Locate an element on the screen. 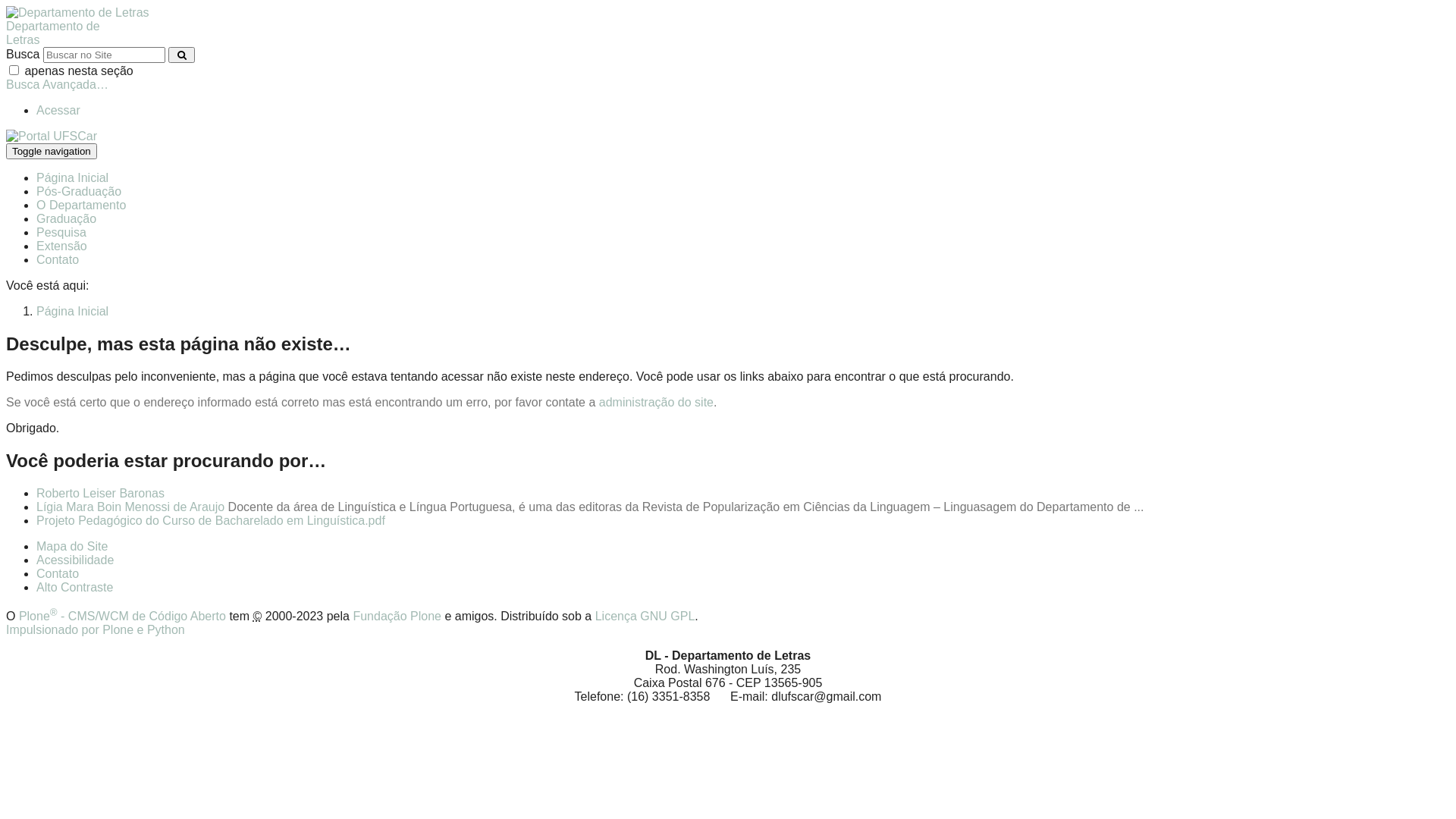  'Acessibilidade' is located at coordinates (74, 560).